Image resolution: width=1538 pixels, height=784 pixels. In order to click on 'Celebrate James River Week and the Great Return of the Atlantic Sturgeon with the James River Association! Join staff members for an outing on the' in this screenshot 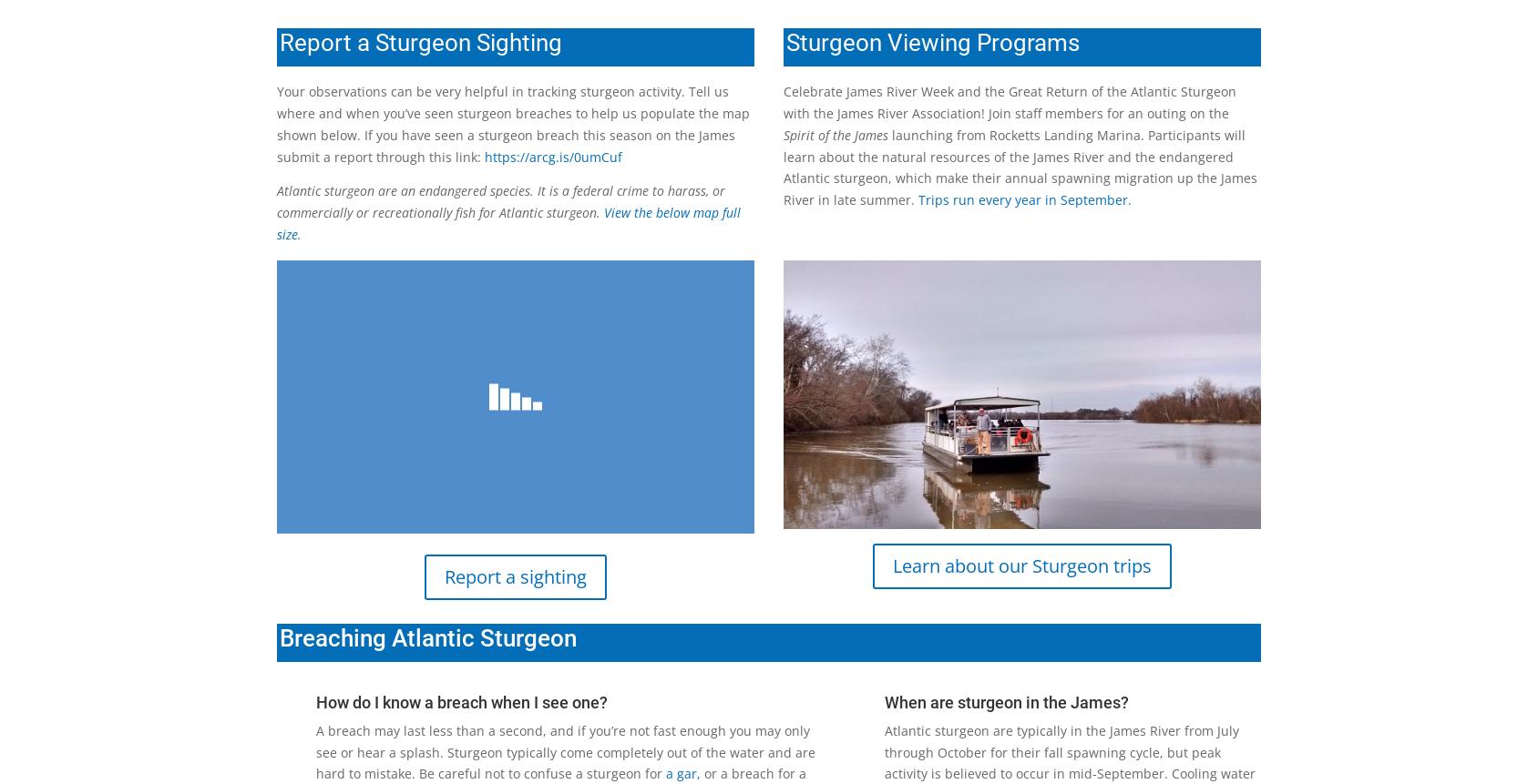, I will do `click(783, 101)`.